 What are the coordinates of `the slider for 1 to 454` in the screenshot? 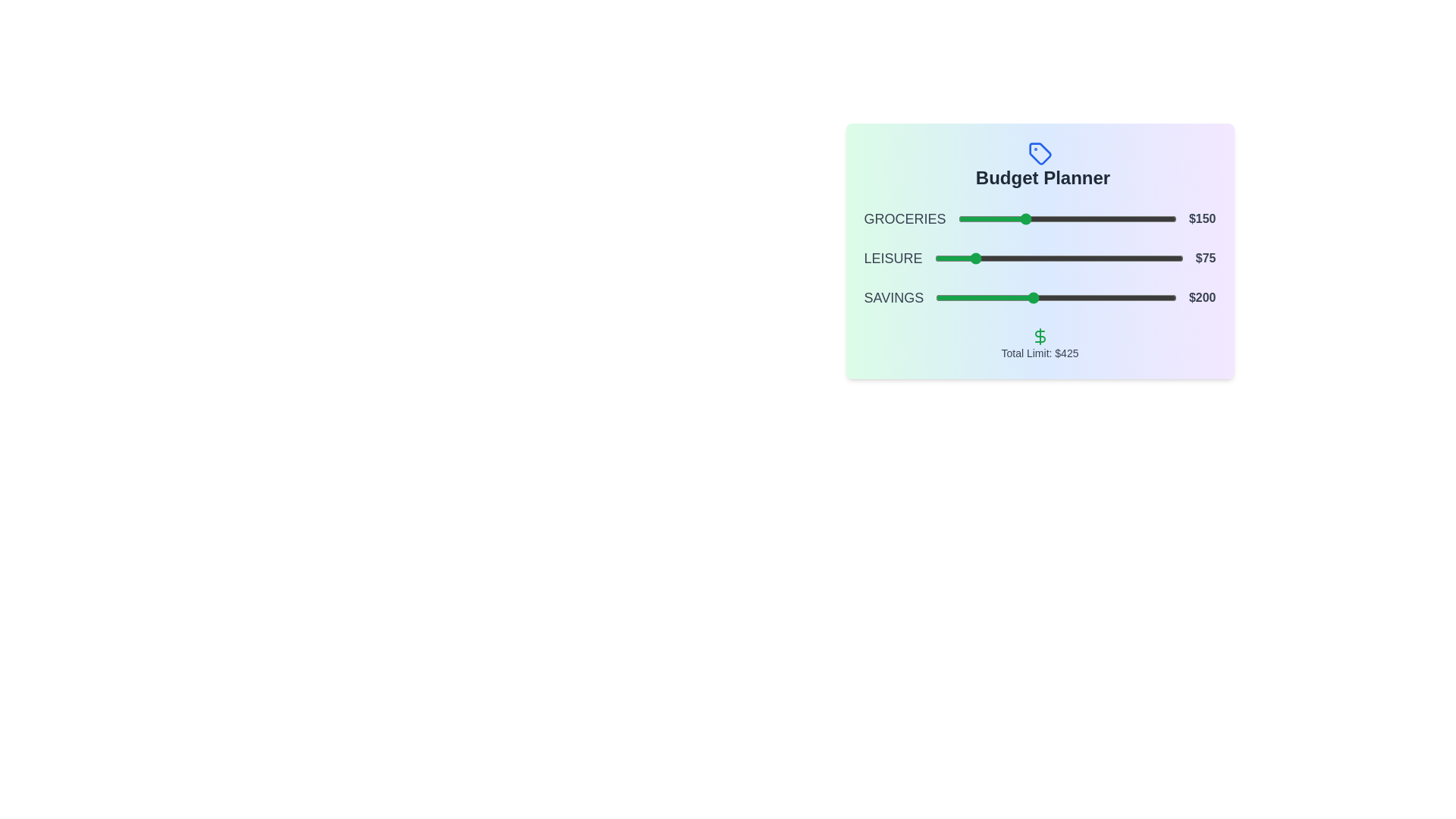 It's located at (1156, 257).